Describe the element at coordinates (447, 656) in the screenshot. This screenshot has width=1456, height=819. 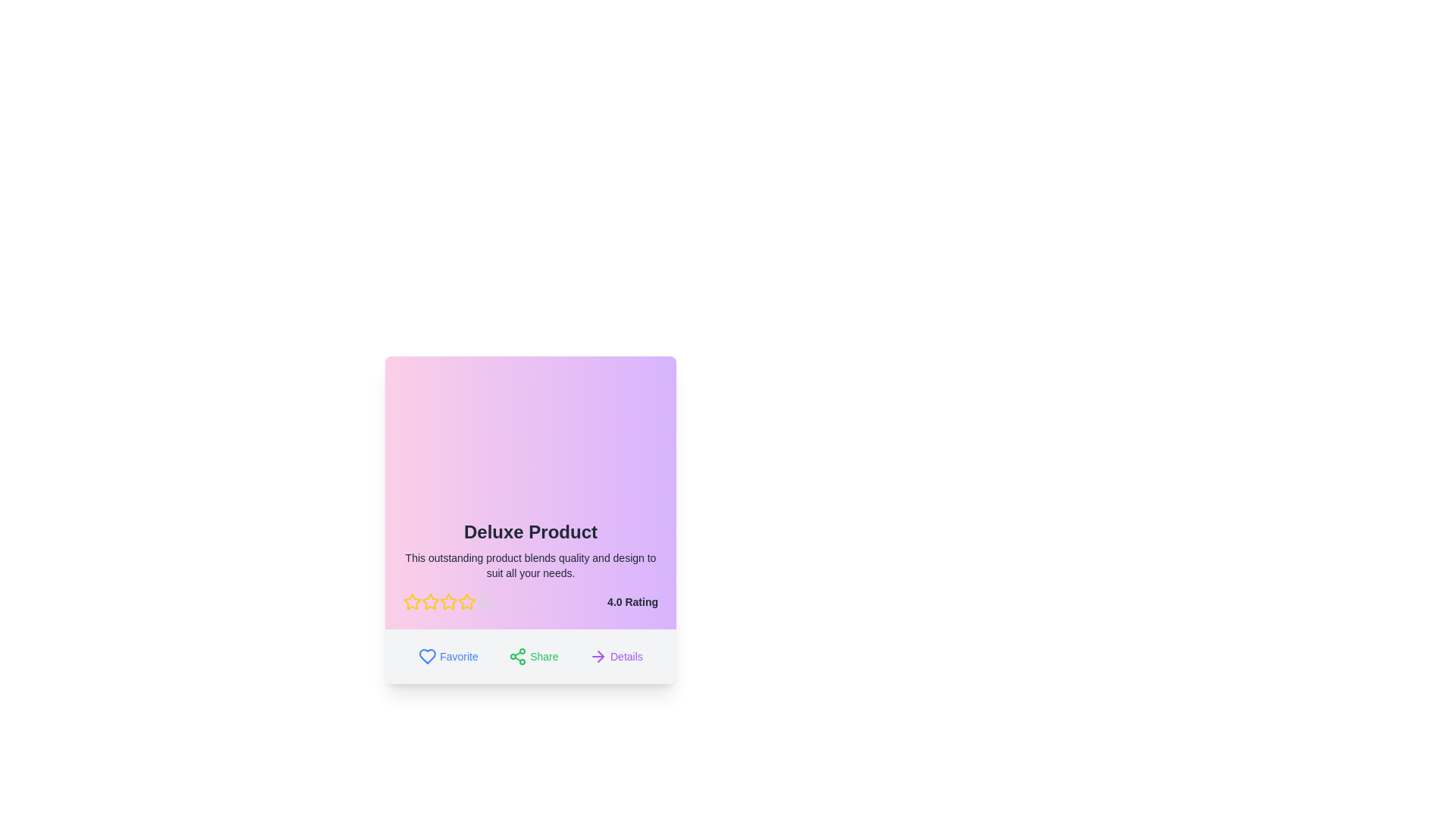
I see `the 'Favorite' button, which features a blue heart icon and the word 'Favorite' in blue text, located at the bottom of the card to mark it as favorite` at that location.